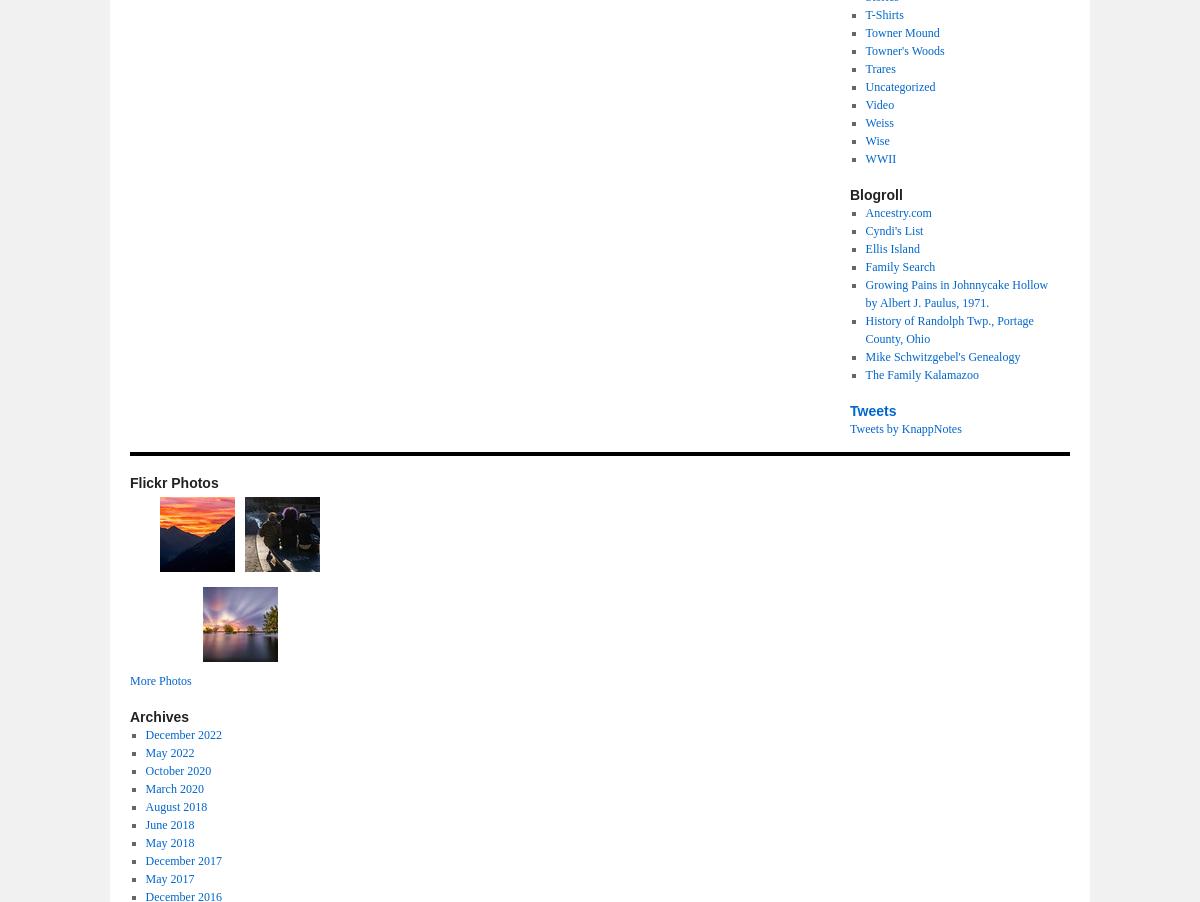 The image size is (1200, 902). I want to click on 'WWII', so click(879, 158).